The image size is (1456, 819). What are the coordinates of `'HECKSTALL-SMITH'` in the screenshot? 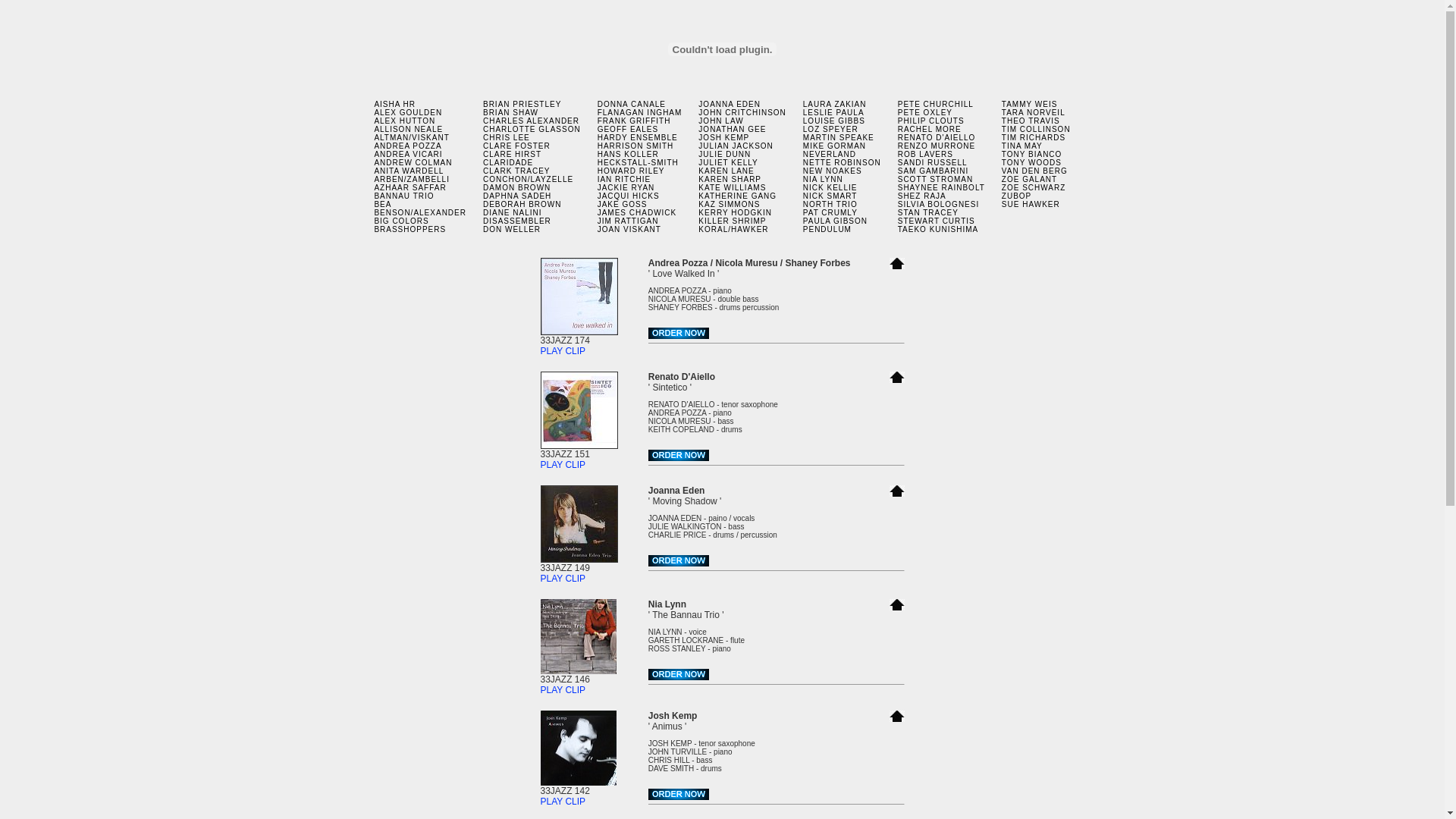 It's located at (638, 162).